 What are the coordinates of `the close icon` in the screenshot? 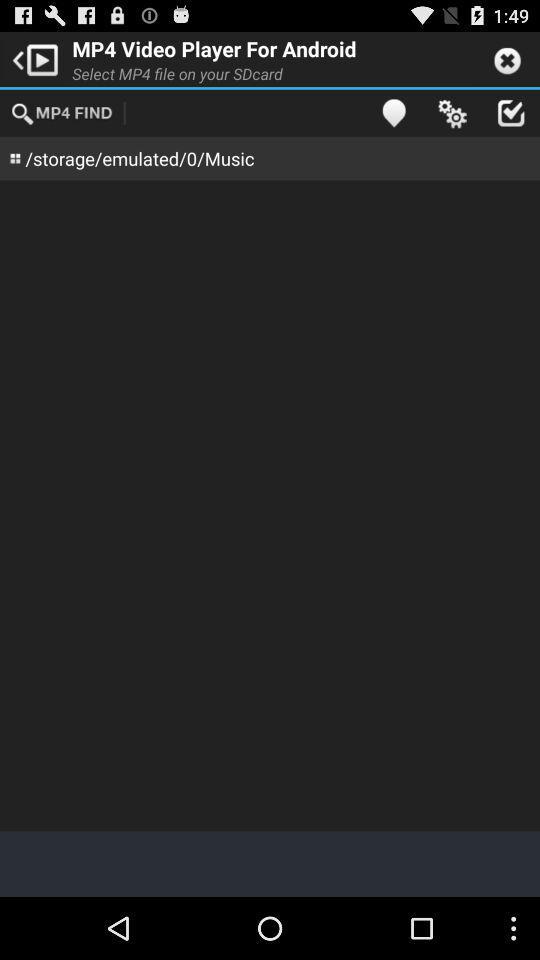 It's located at (507, 62).